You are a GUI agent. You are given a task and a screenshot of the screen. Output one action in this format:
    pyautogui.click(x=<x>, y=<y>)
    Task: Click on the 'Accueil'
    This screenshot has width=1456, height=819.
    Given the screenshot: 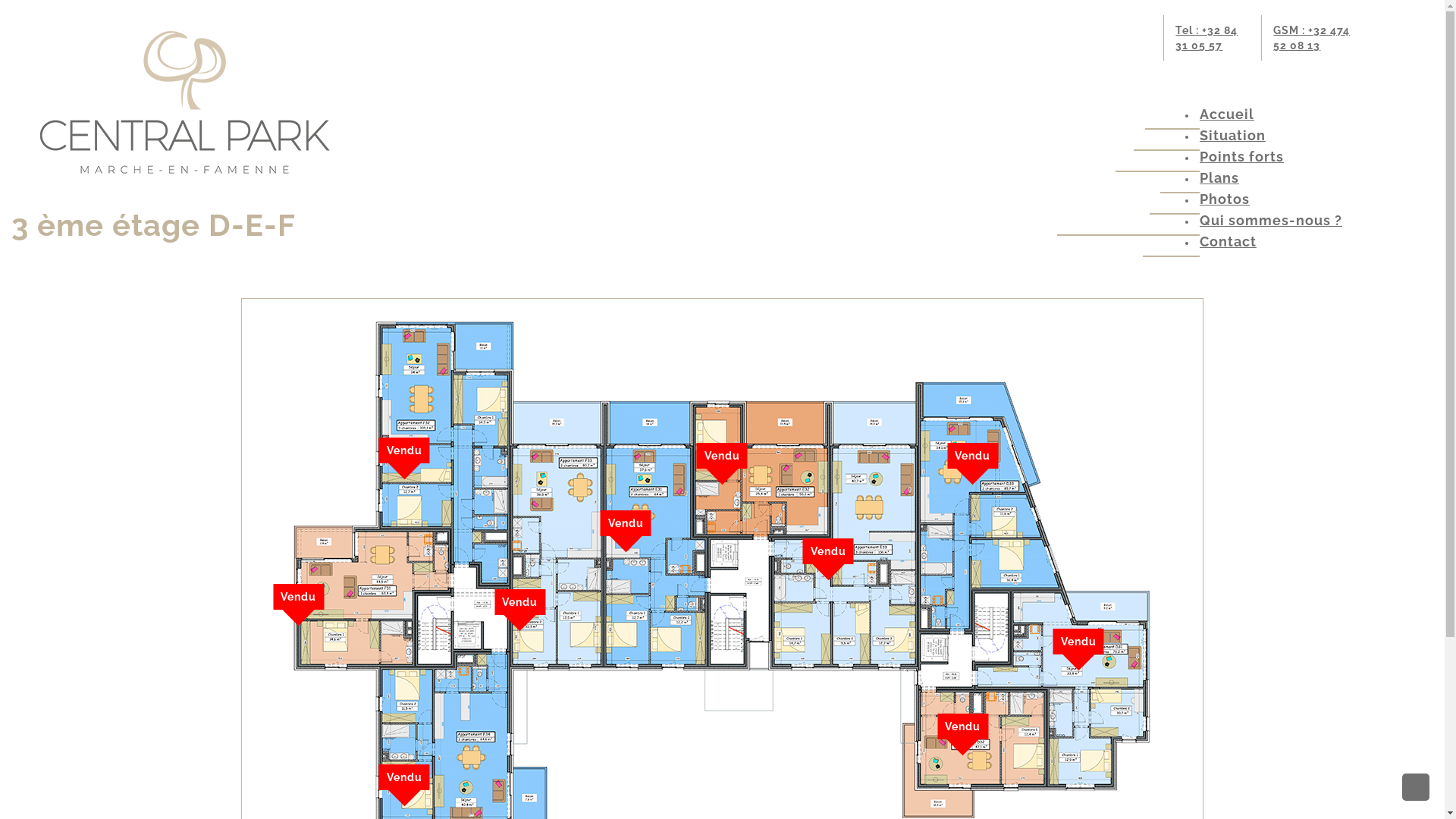 What is the action you would take?
    pyautogui.click(x=1226, y=113)
    